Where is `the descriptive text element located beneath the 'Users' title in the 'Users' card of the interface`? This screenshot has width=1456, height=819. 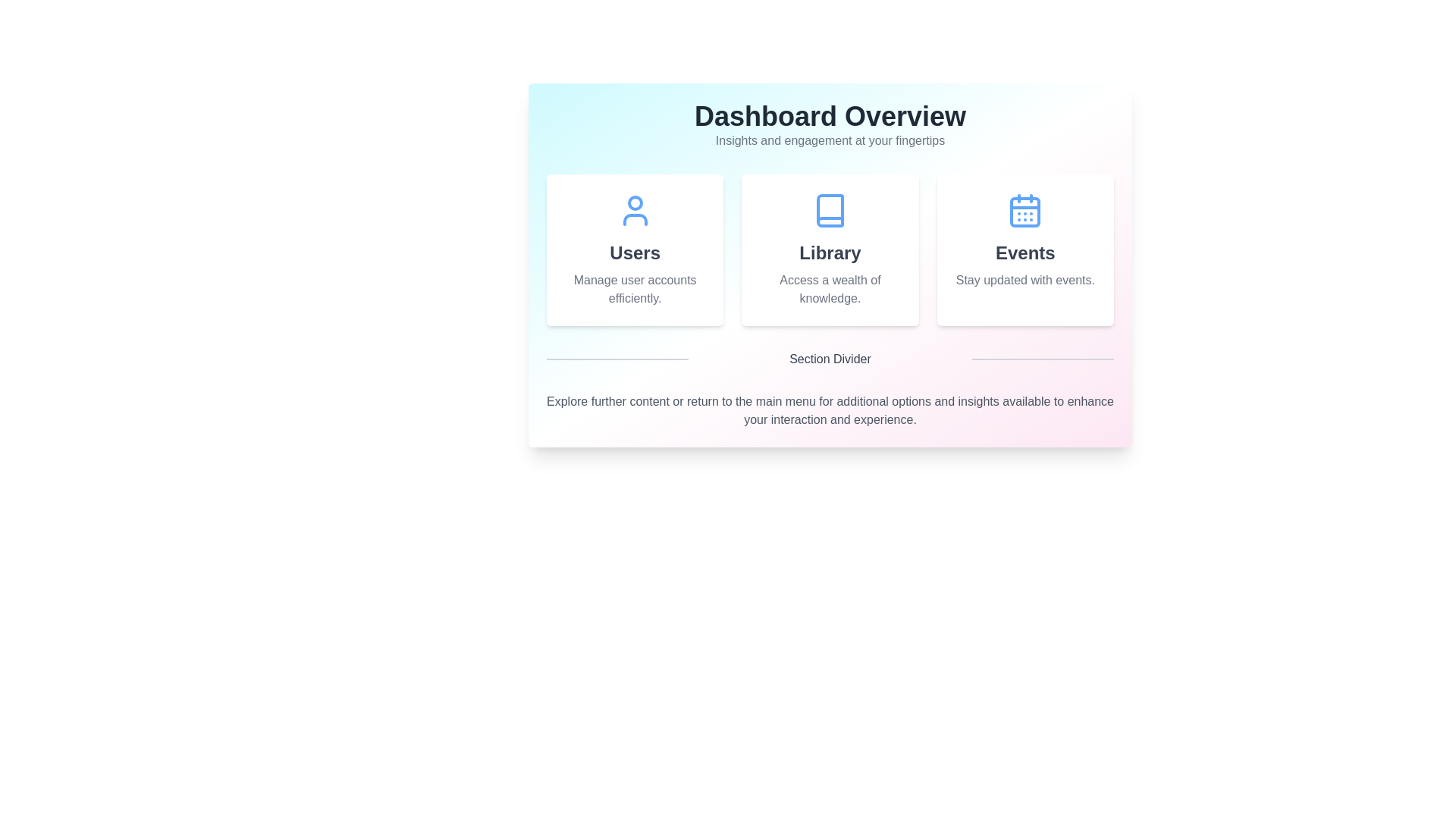 the descriptive text element located beneath the 'Users' title in the 'Users' card of the interface is located at coordinates (635, 289).